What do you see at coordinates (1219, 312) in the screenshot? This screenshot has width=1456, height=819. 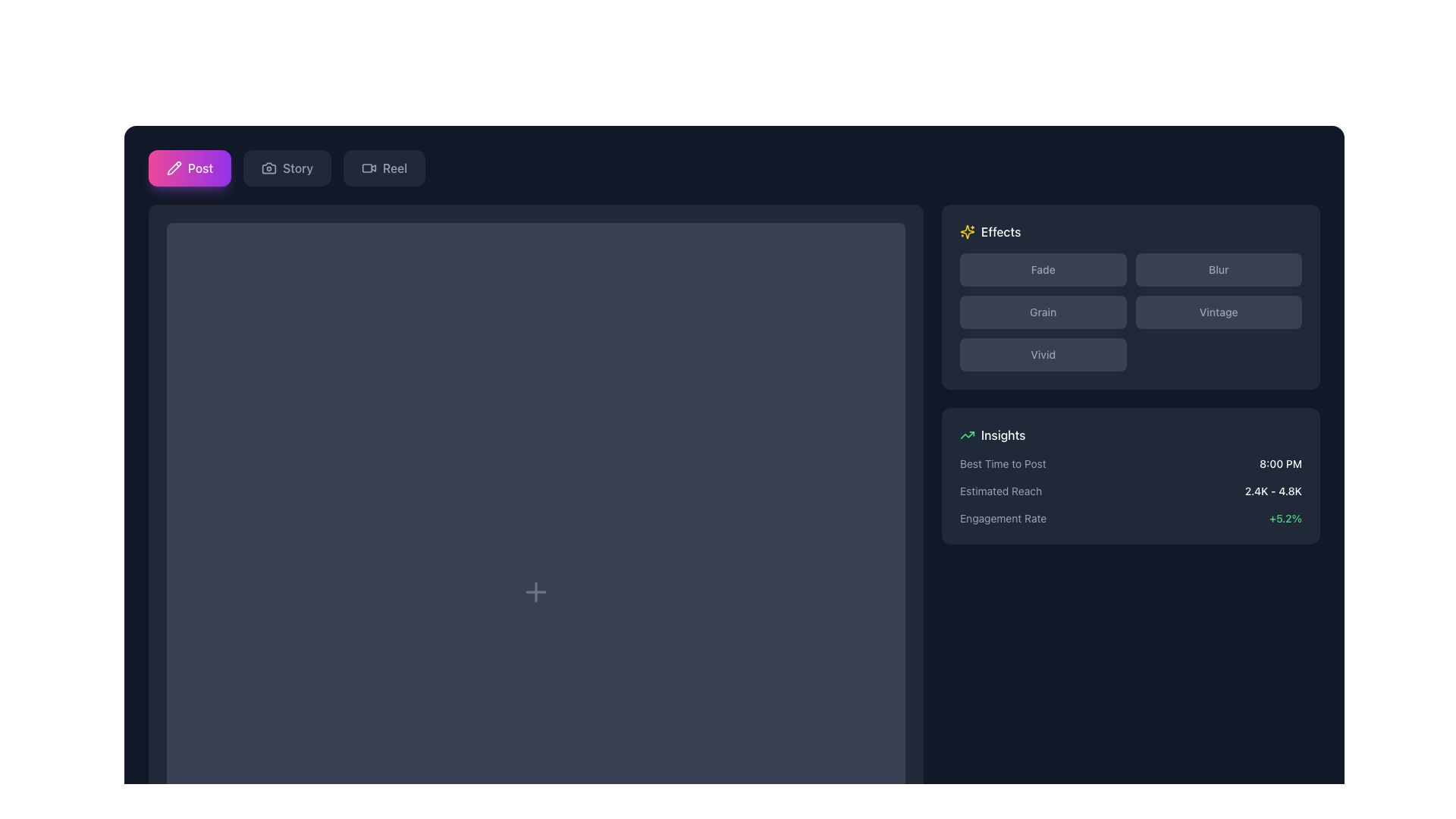 I see `the 'Vintage' button located in the bottom-right section of the 'Effects' panel to apply the Vintage effect to the associated content` at bounding box center [1219, 312].